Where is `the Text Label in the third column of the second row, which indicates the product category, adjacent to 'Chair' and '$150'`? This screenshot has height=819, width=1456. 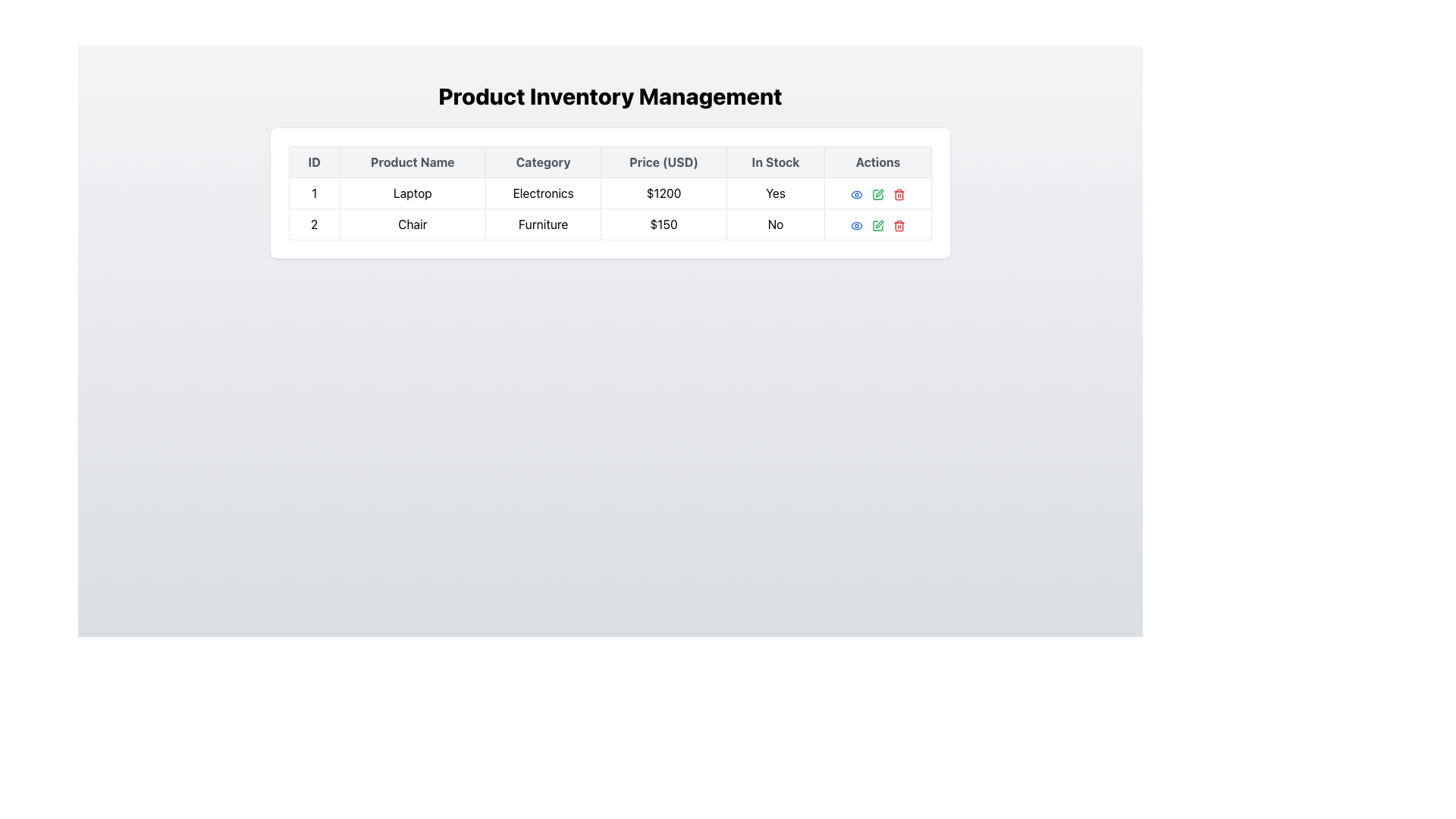
the Text Label in the third column of the second row, which indicates the product category, adjacent to 'Chair' and '$150' is located at coordinates (543, 224).